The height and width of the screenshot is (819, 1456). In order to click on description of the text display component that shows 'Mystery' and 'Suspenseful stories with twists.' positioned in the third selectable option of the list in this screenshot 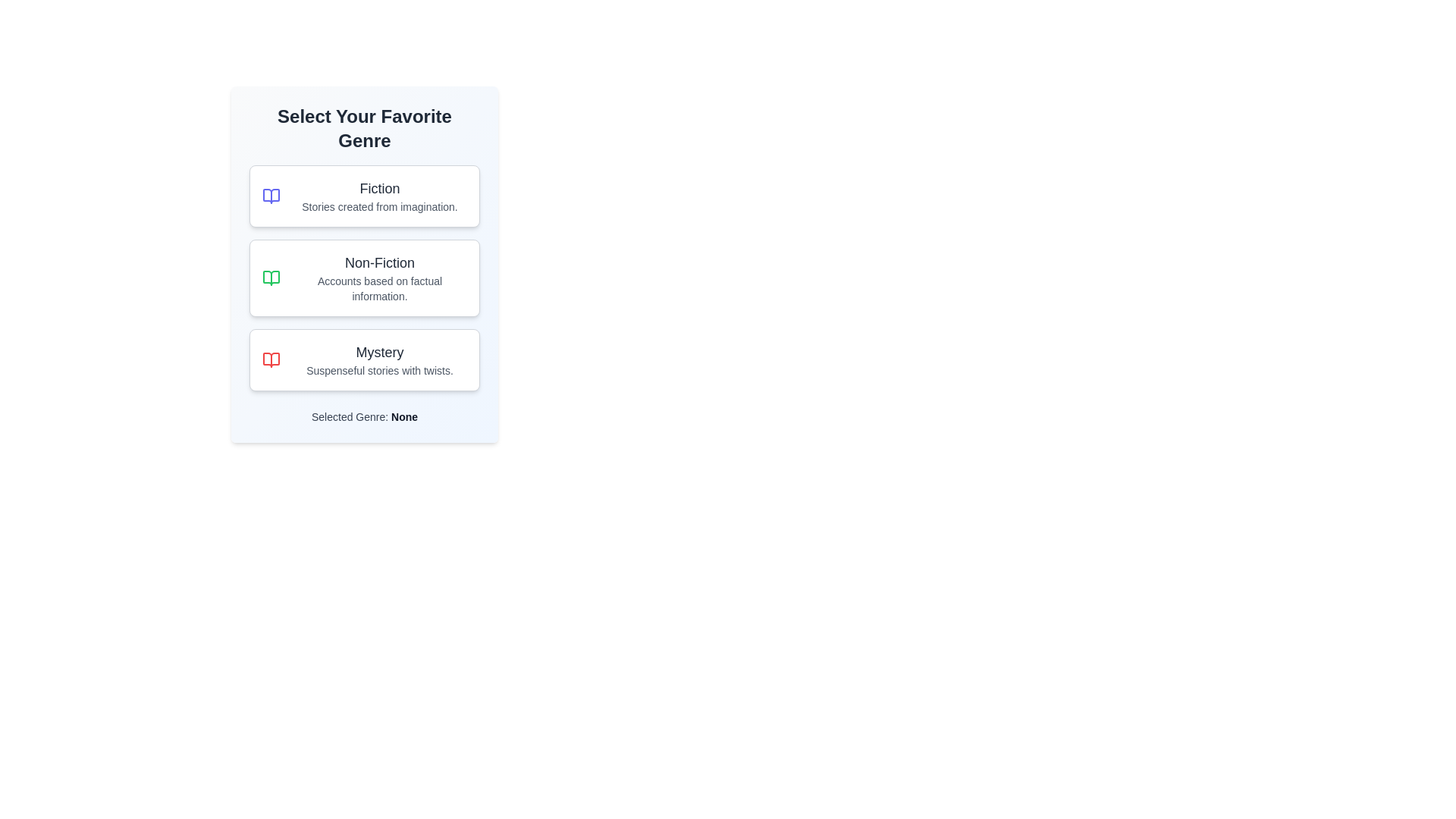, I will do `click(379, 359)`.